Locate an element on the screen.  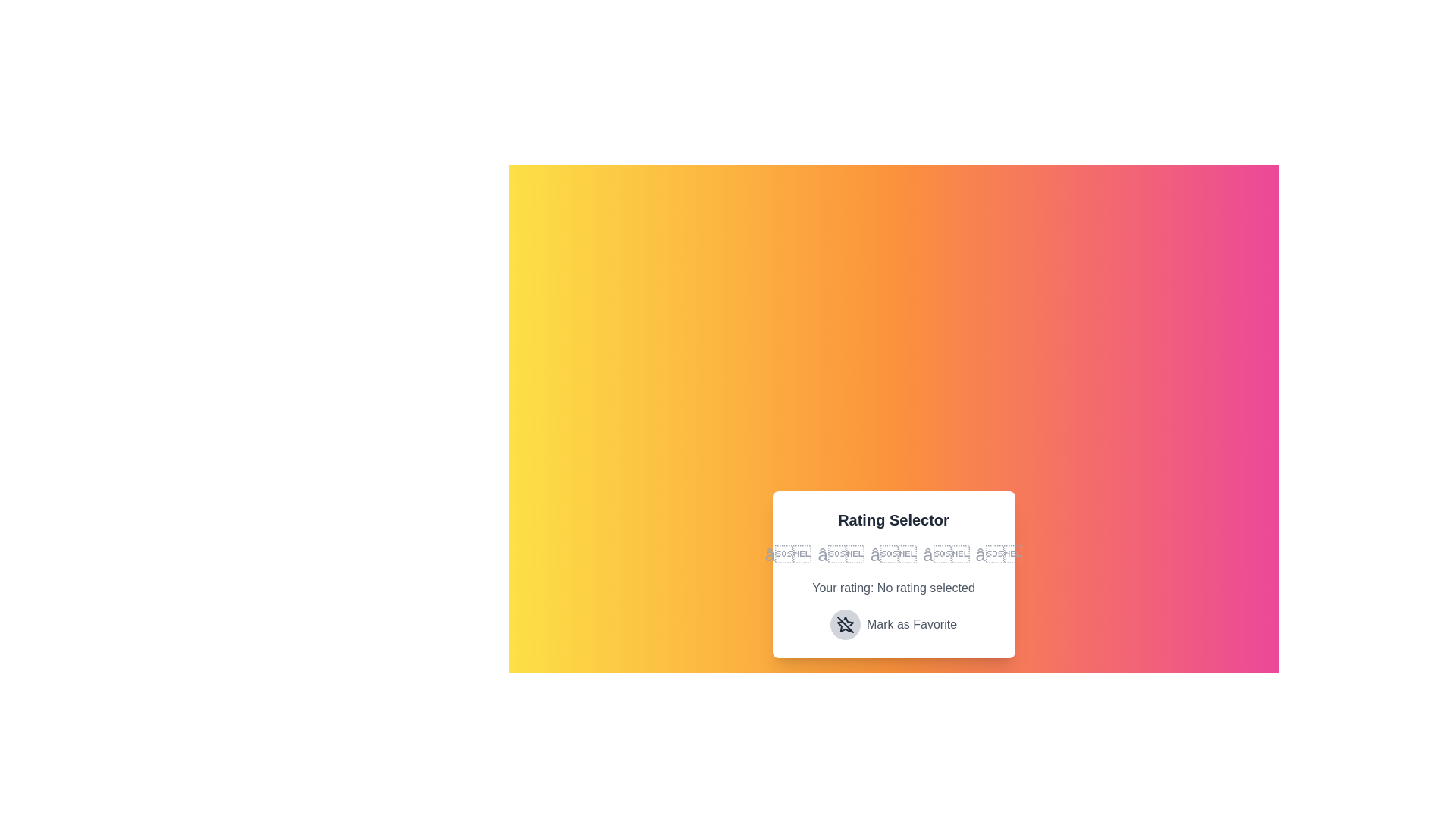
the Text Label that indicates the purpose of marking an item as a favorite, located to the right of the star icon within the card-like UI component is located at coordinates (911, 625).